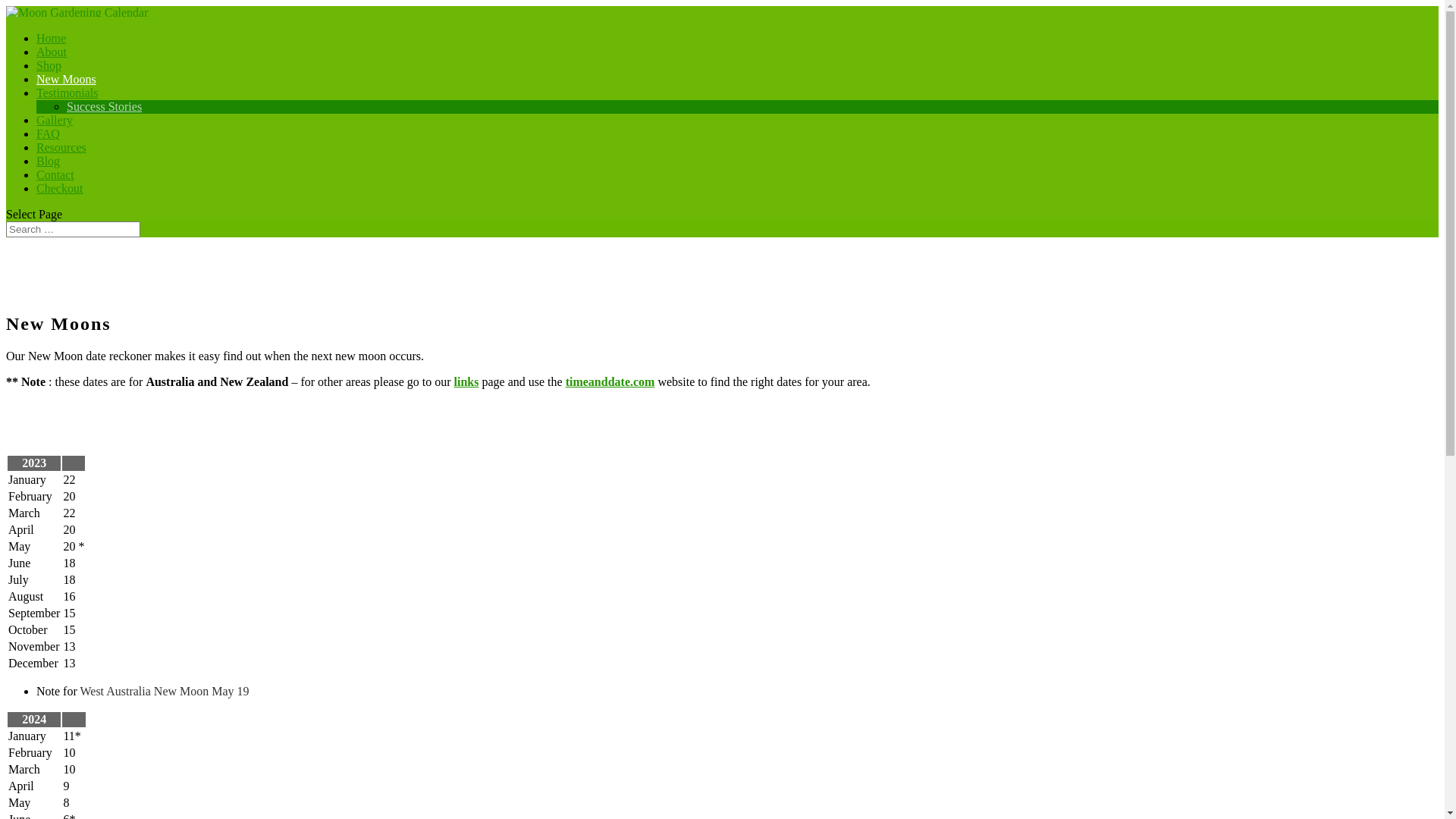 This screenshot has width=1456, height=819. I want to click on 'About', so click(36, 58).